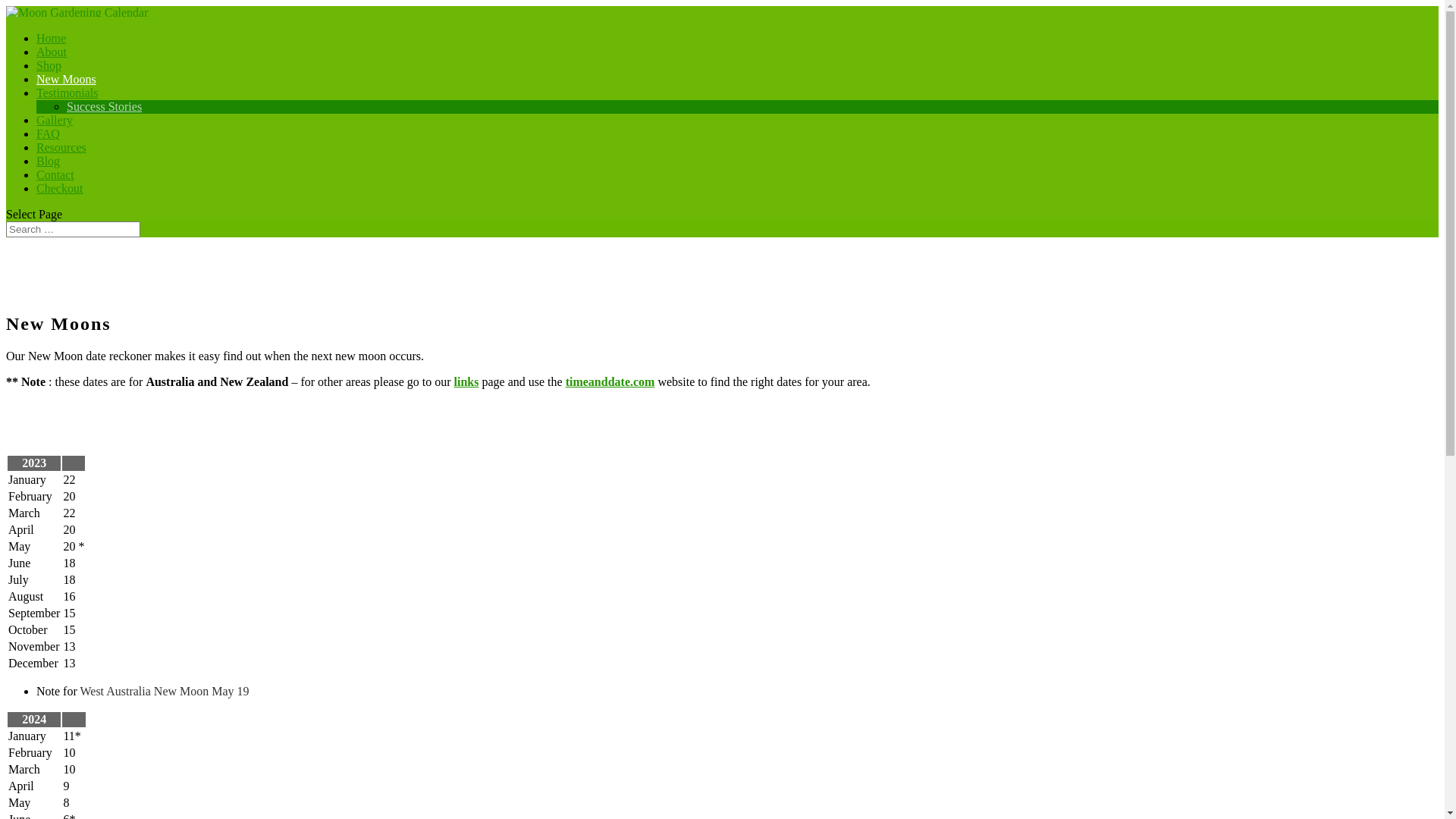 This screenshot has width=1456, height=819. I want to click on 'About', so click(36, 58).